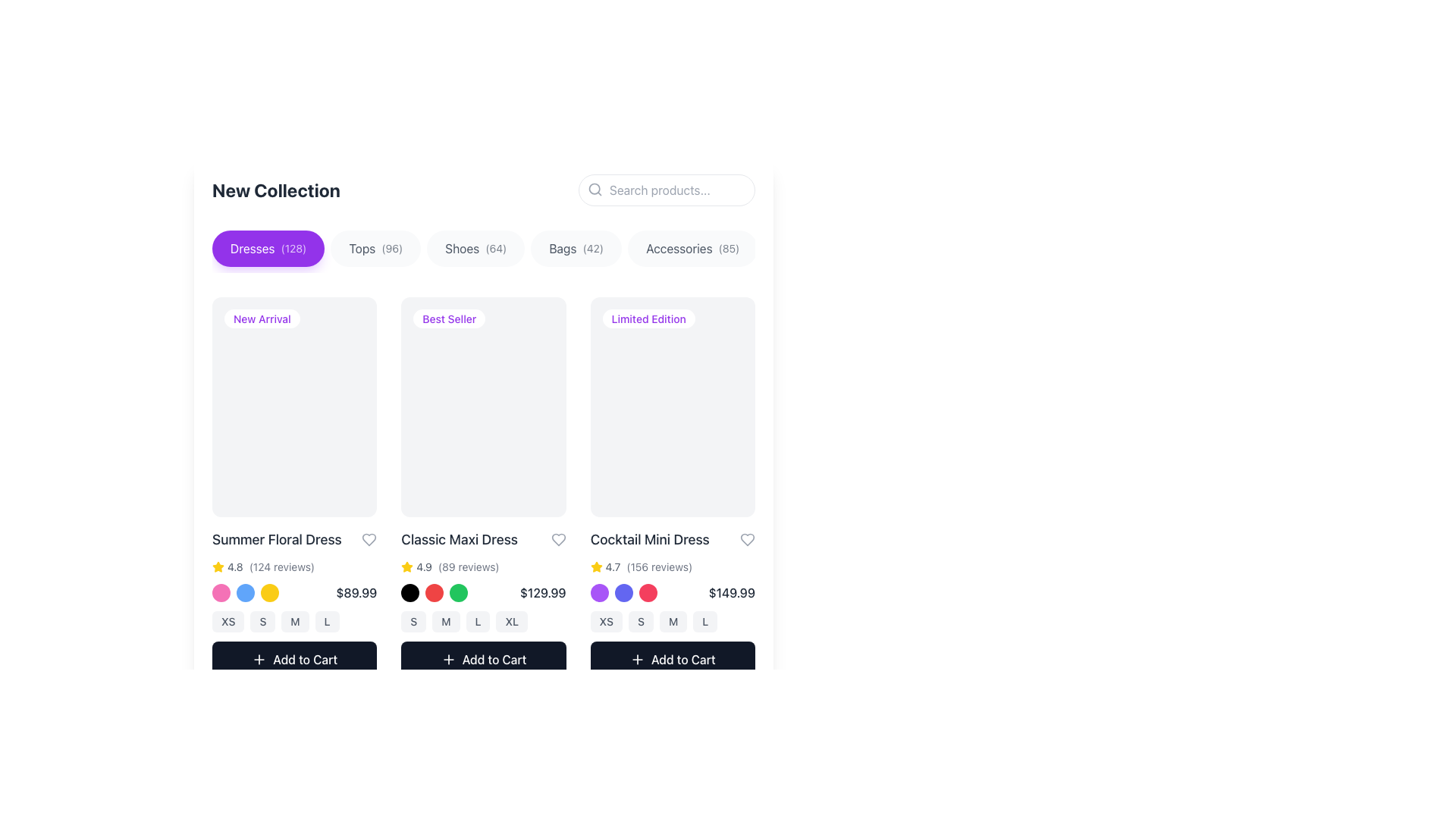 The height and width of the screenshot is (819, 1456). I want to click on the 'XL' button, which is the last button in the size selection row for the 'Classic Maxi Dress', so click(512, 621).